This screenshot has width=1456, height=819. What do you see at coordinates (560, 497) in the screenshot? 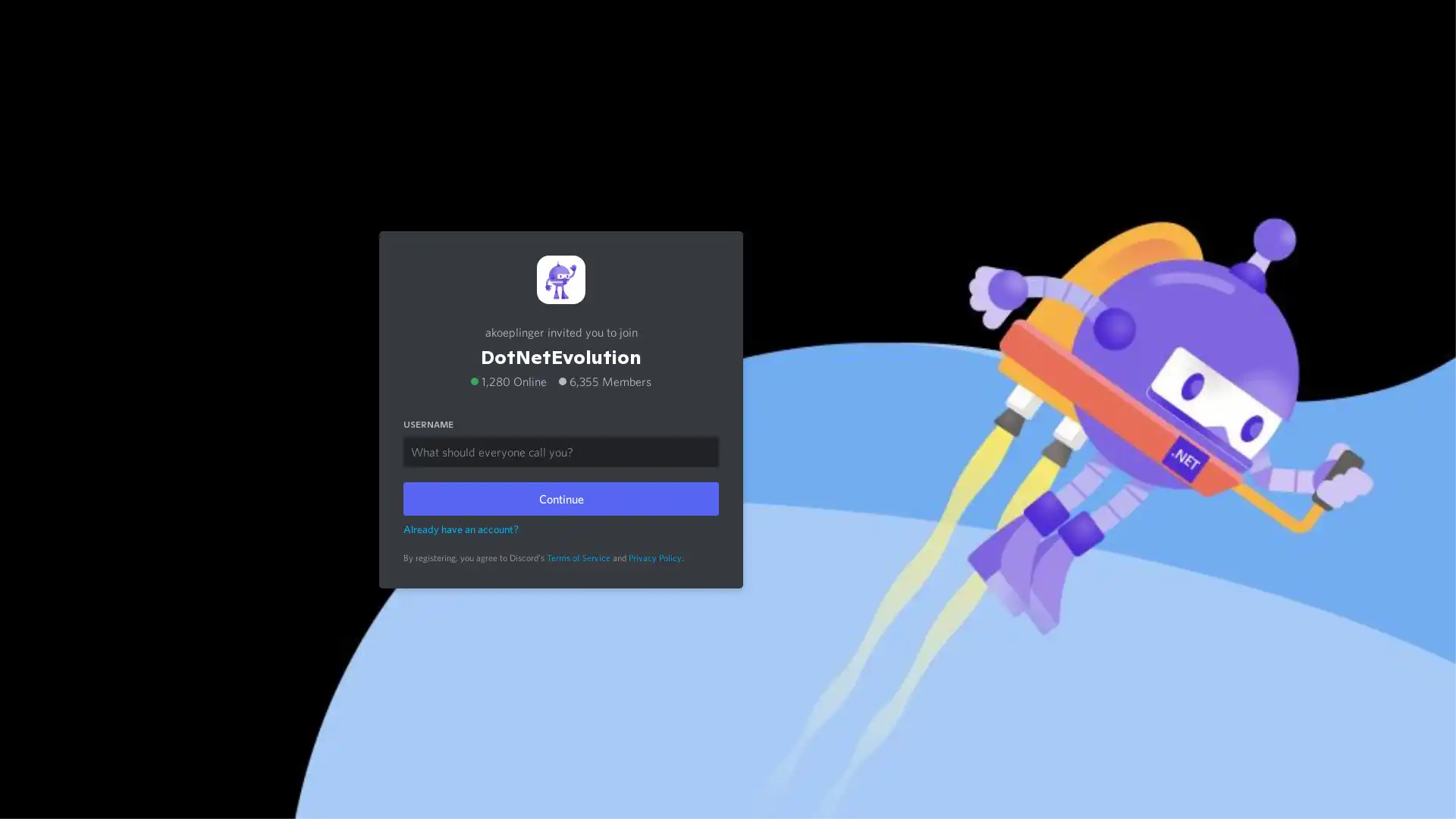
I see `Continue` at bounding box center [560, 497].